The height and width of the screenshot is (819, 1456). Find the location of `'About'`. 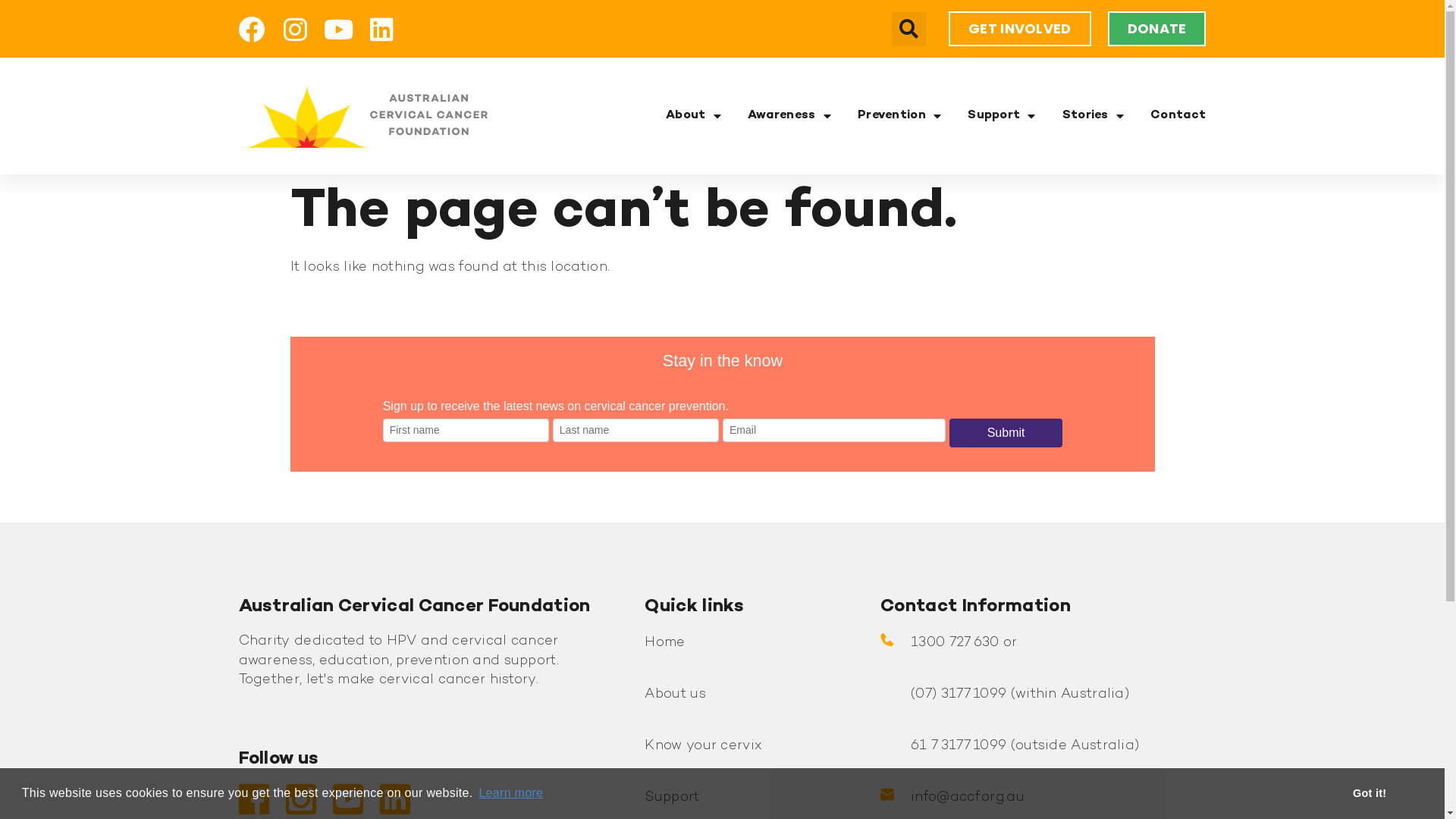

'About' is located at coordinates (692, 115).